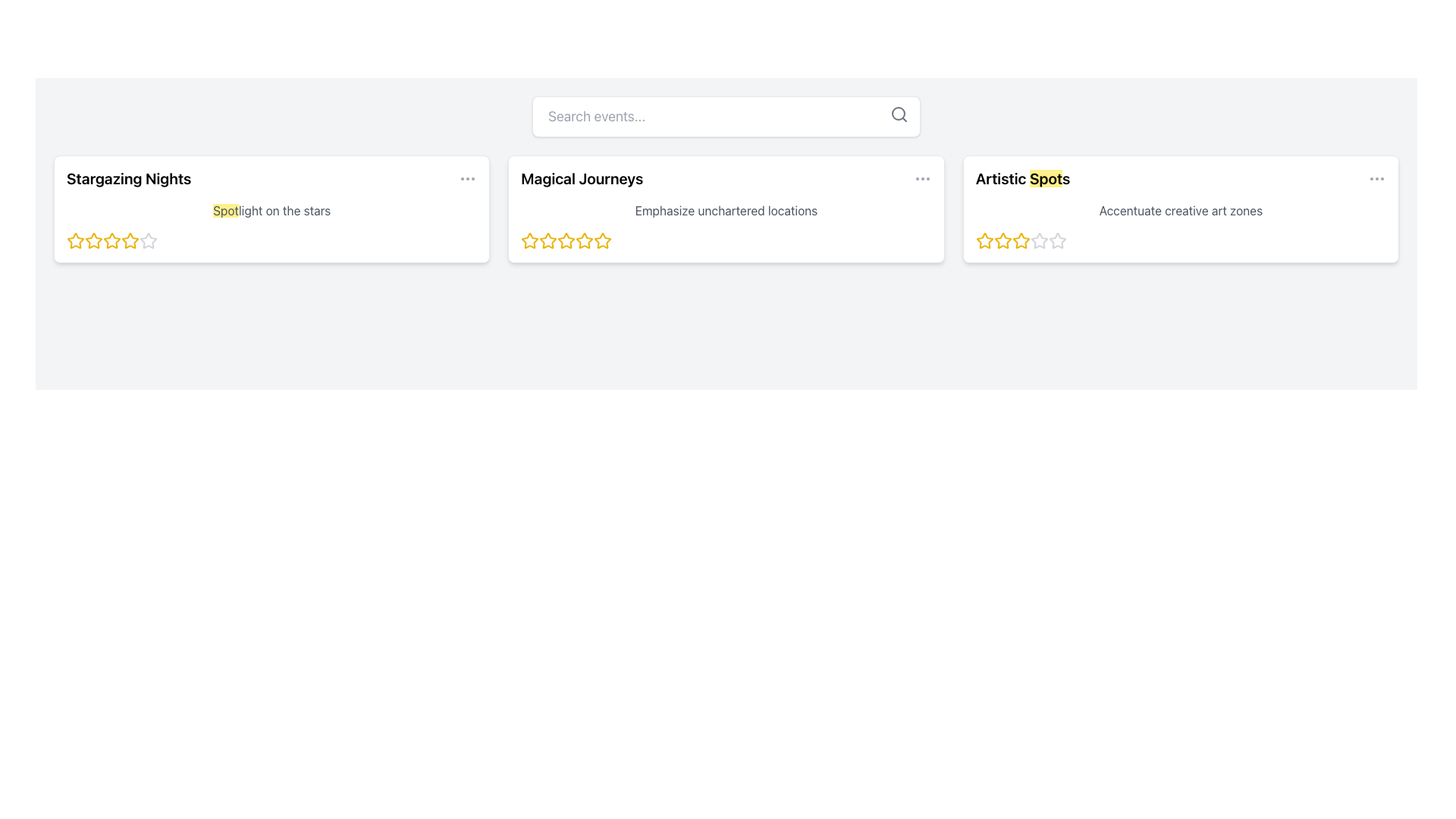  Describe the element at coordinates (1056, 240) in the screenshot. I see `the fifth star icon in the 5-star rating system on the 'Artistic Spots' card located on the far right among three horizontally displayed cards` at that location.